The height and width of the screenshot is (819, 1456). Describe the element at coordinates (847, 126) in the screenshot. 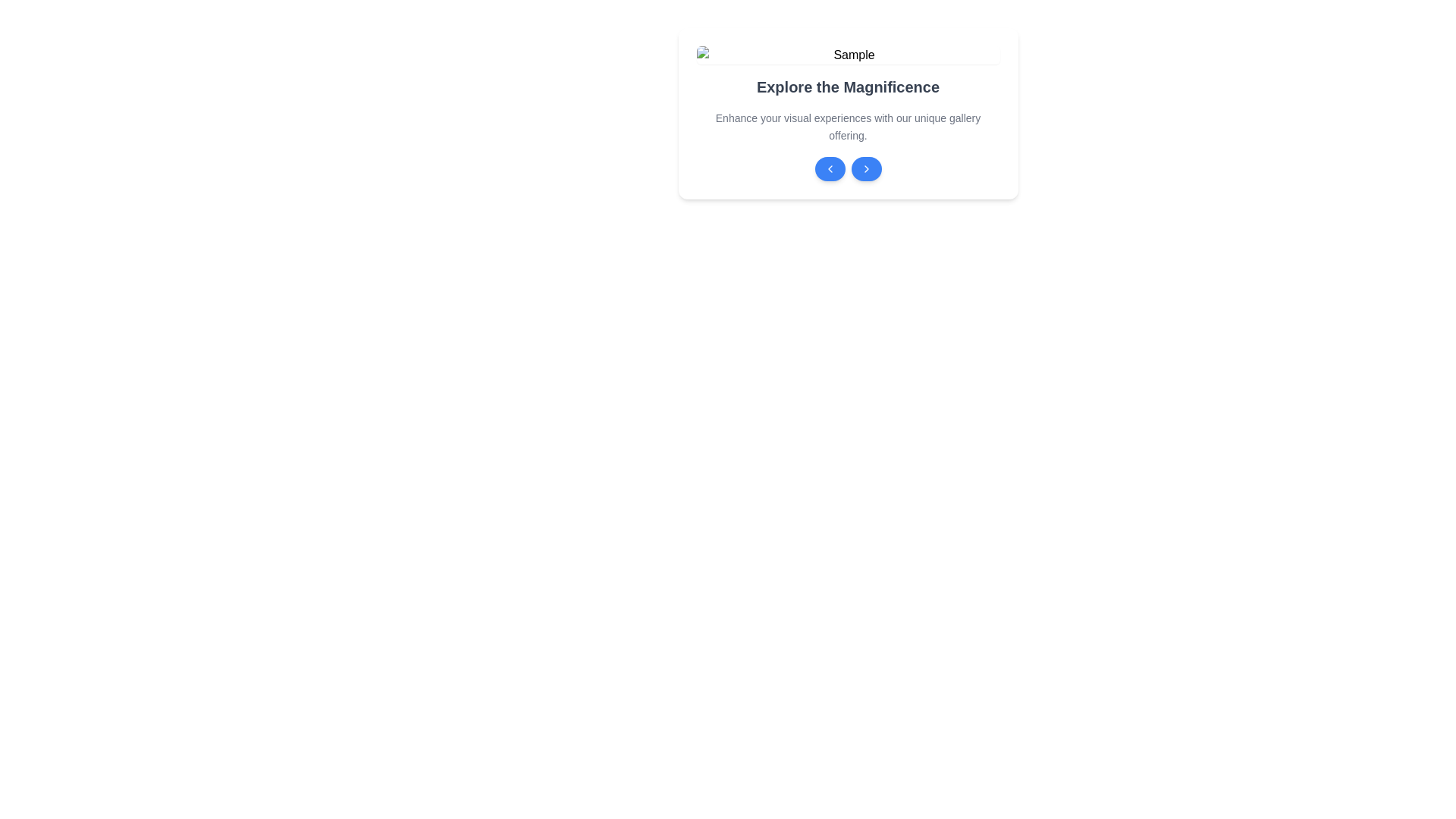

I see `the small text block that contains the sentence 'Enhance your visual experiences with our unique gallery offering.' positioned beneath the heading 'Explore the Magnificence.'` at that location.